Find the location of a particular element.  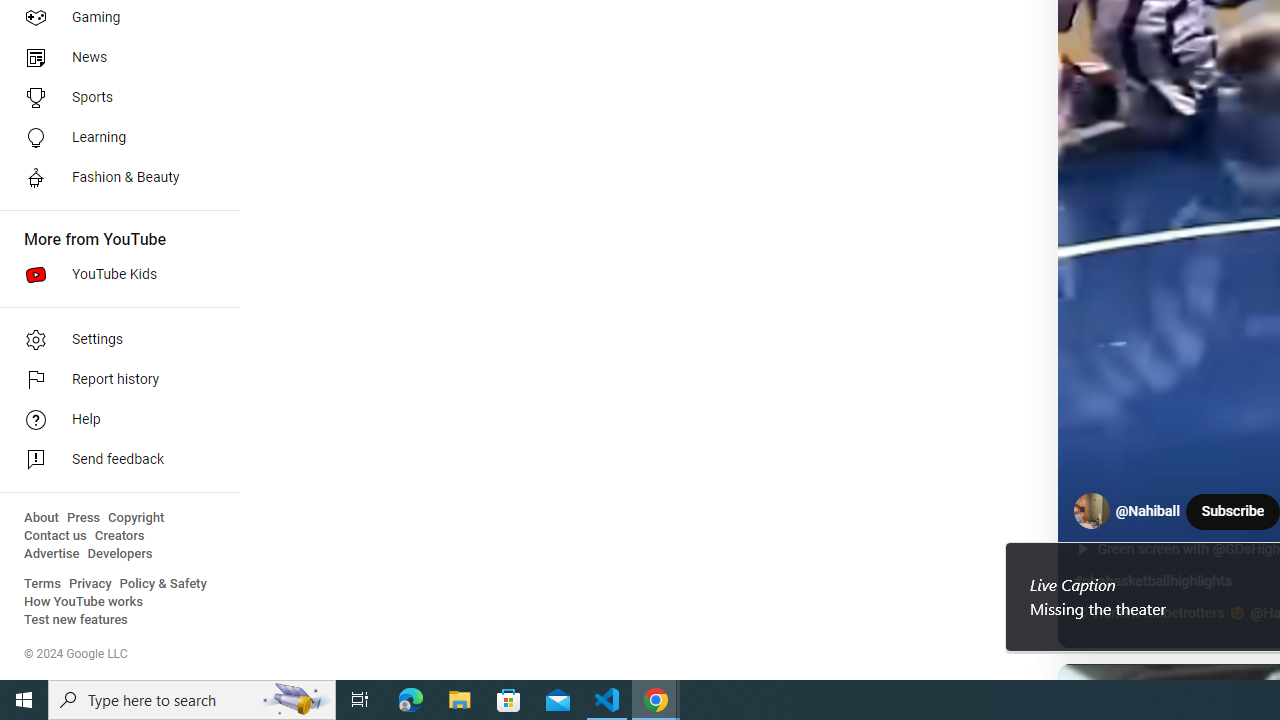

'Privacy' is located at coordinates (89, 584).